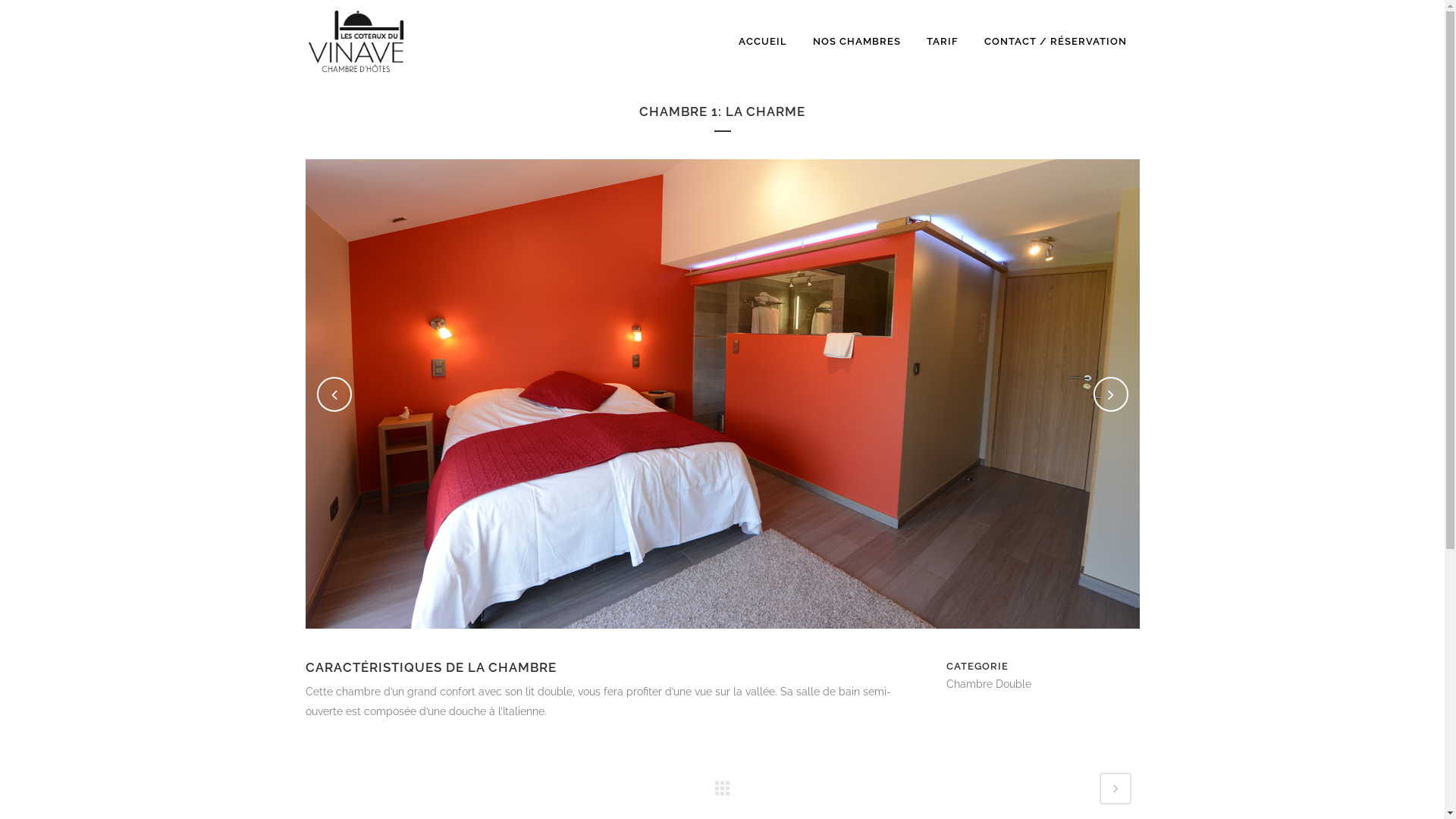  What do you see at coordinates (855, 40) in the screenshot?
I see `'NOS CHAMBRES'` at bounding box center [855, 40].